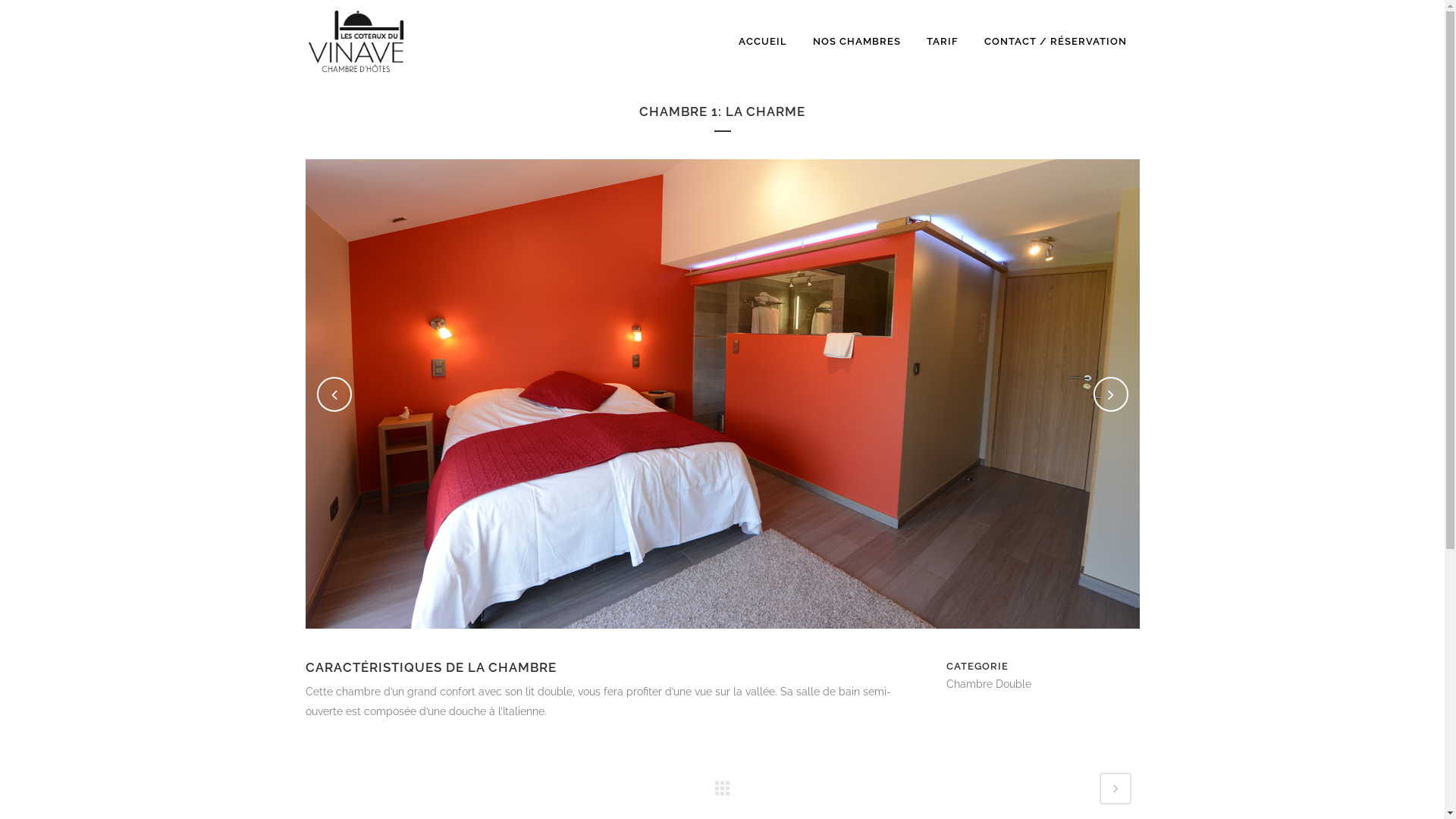  What do you see at coordinates (855, 40) in the screenshot?
I see `'NOS CHAMBRES'` at bounding box center [855, 40].